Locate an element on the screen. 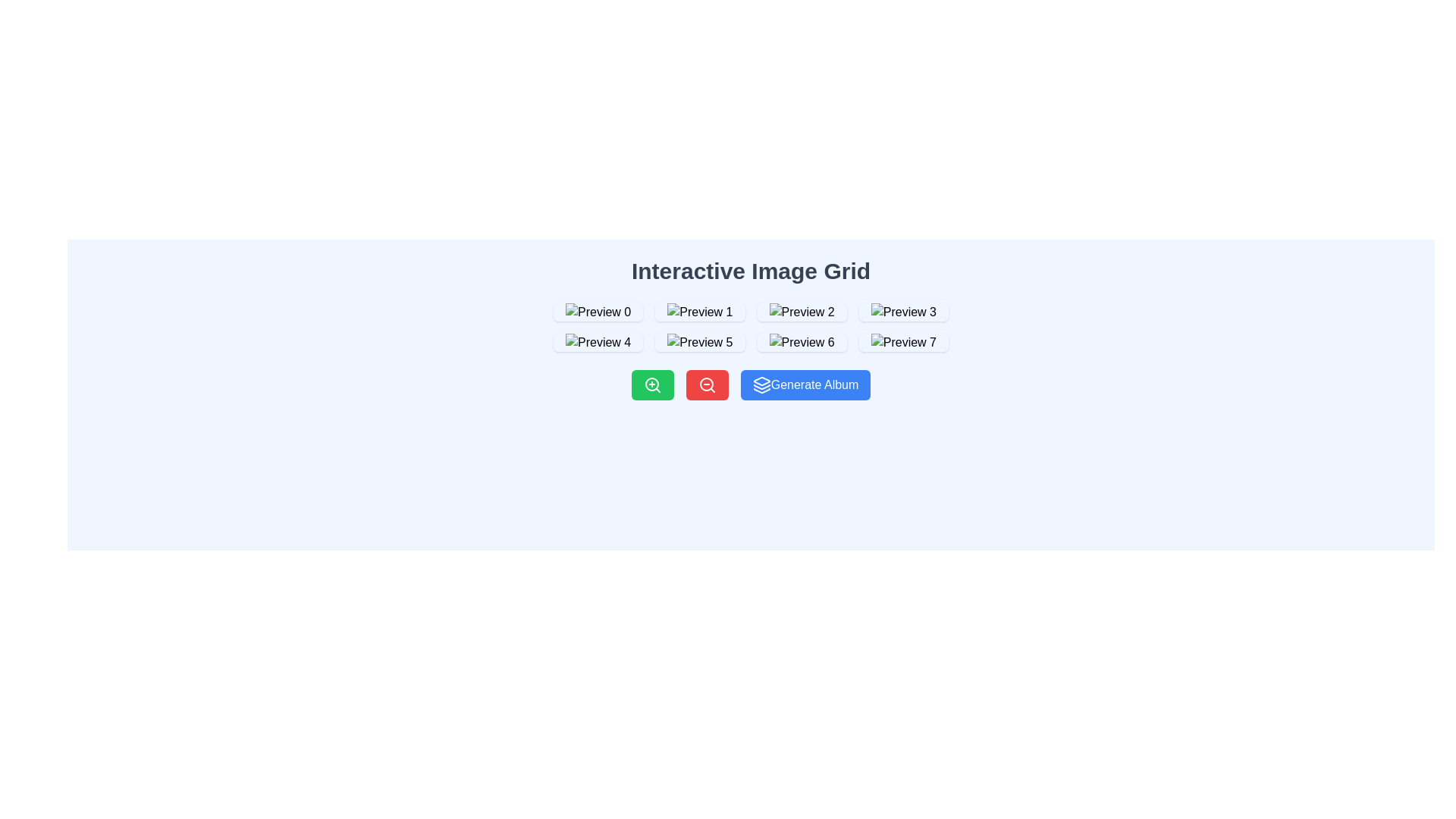 Image resolution: width=1456 pixels, height=819 pixels. the preview image associated with item 6, which is the seventh item in the grid layout located in the lower right quadrant is located at coordinates (801, 342).